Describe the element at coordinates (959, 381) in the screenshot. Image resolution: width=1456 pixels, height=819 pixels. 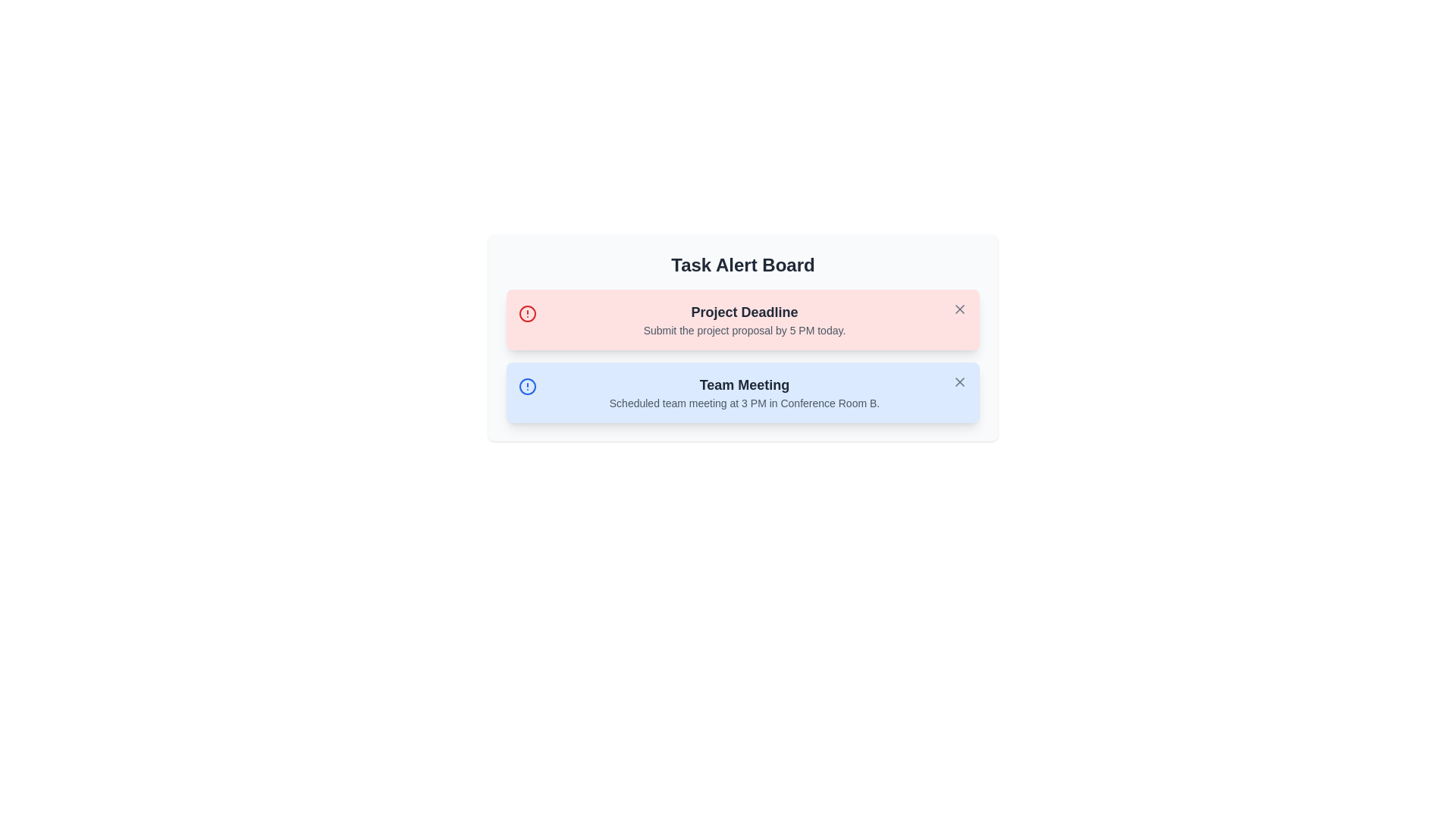
I see `the close button of the task with title 'Team Meeting'` at that location.